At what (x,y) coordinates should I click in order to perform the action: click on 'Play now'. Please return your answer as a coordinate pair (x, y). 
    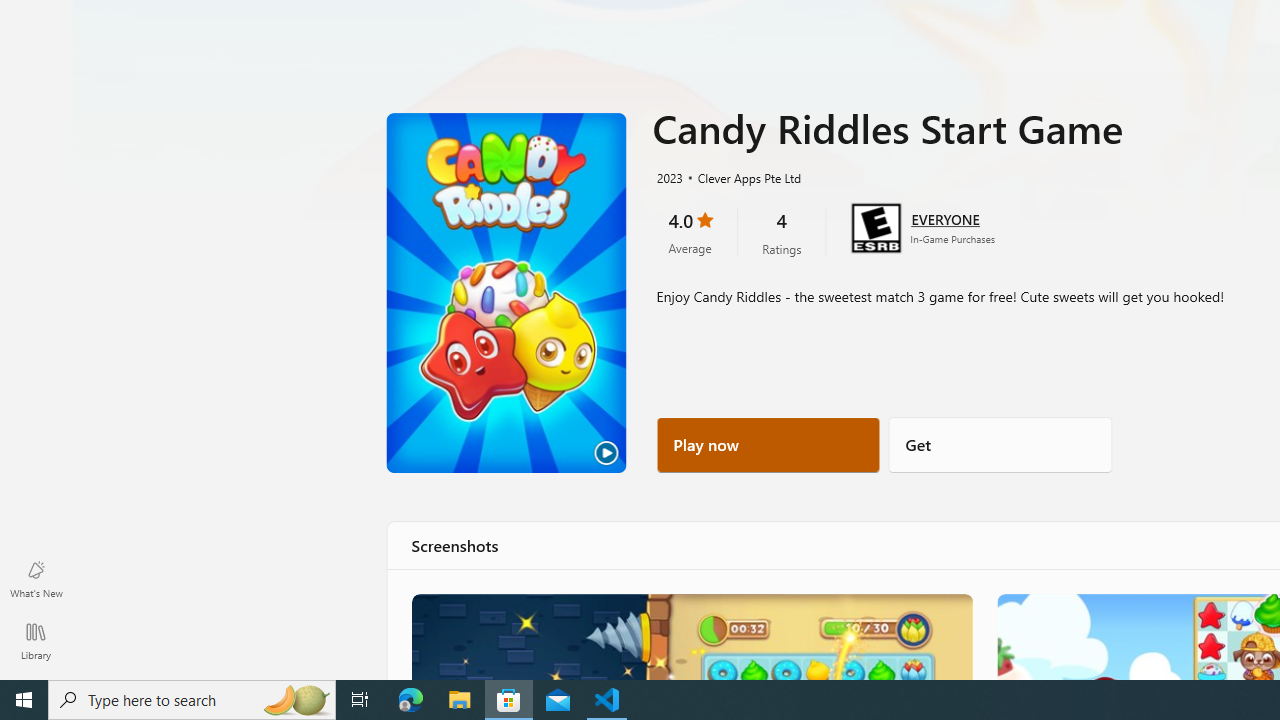
    Looking at the image, I should click on (767, 443).